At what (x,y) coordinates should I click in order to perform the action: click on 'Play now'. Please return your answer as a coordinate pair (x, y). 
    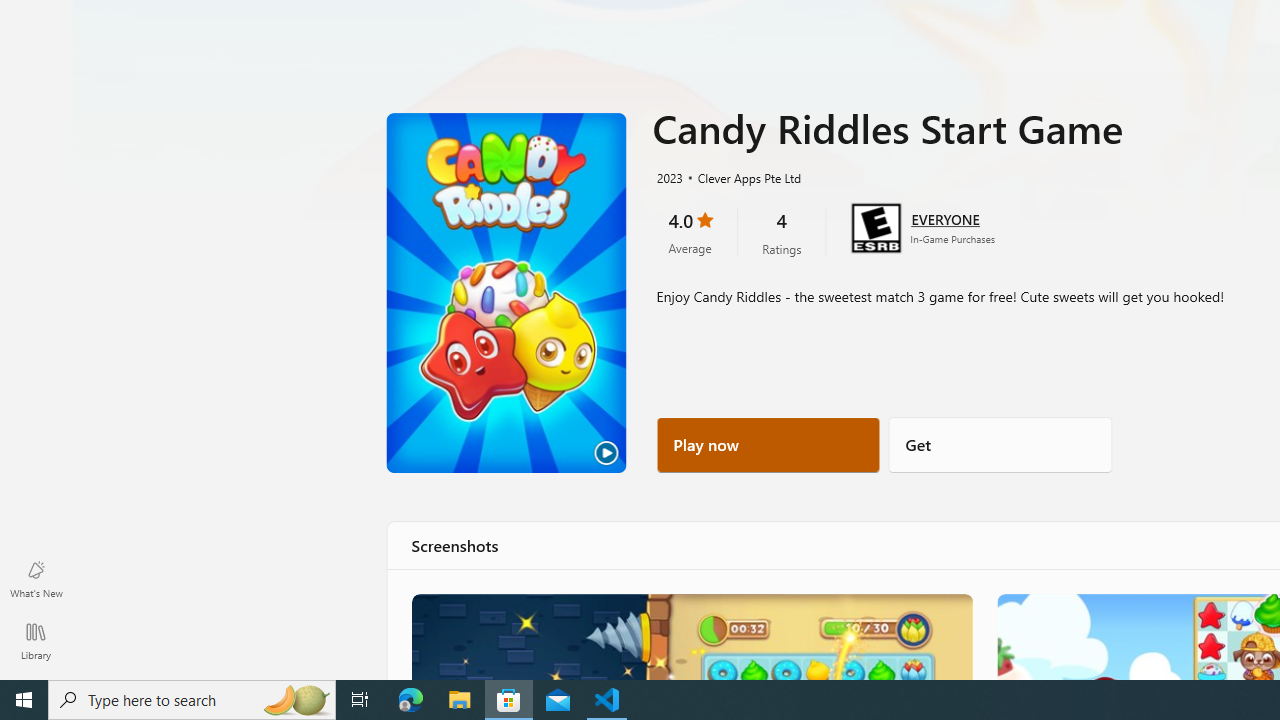
    Looking at the image, I should click on (767, 443).